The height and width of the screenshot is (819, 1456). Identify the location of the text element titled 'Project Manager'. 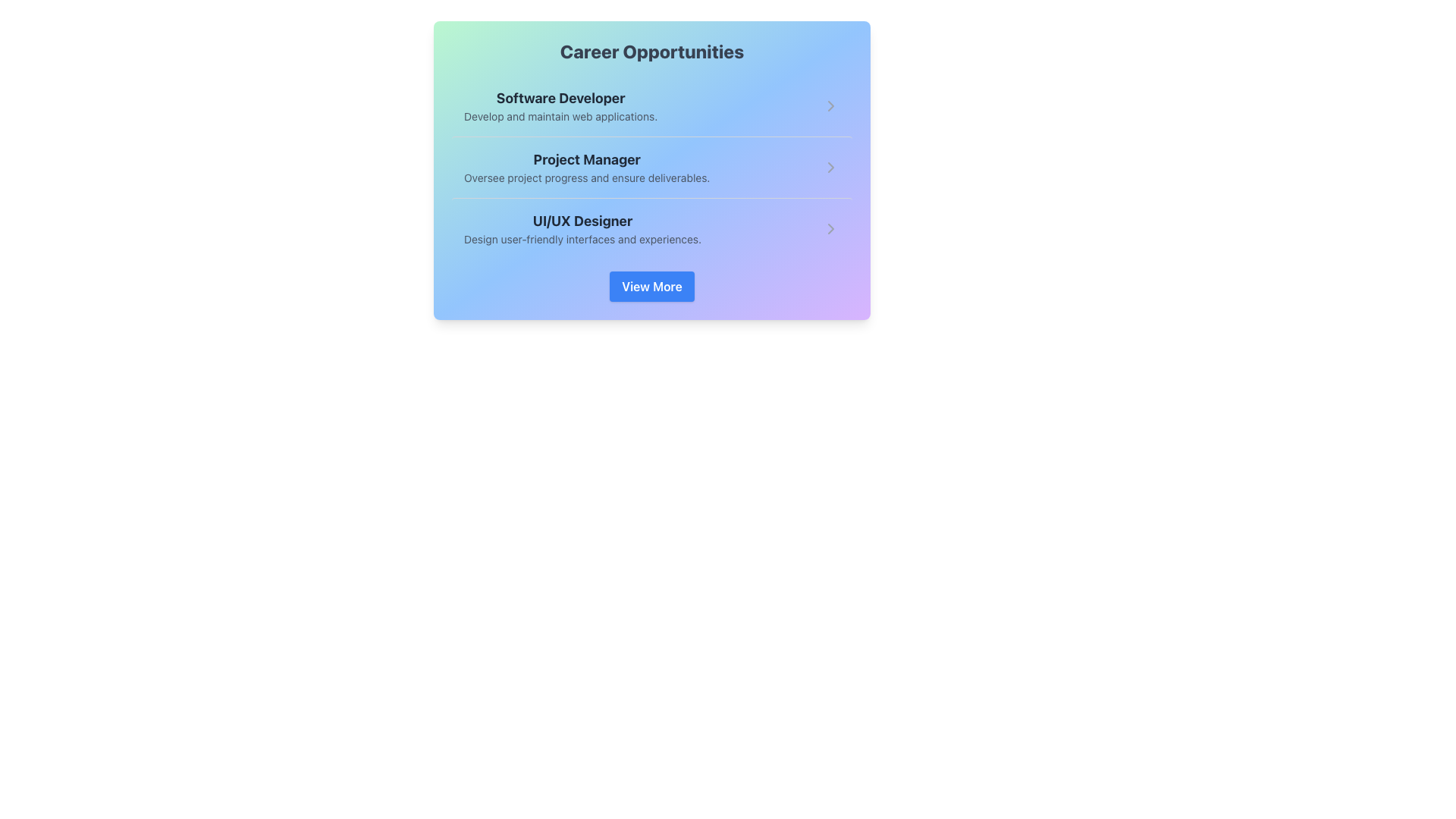
(586, 167).